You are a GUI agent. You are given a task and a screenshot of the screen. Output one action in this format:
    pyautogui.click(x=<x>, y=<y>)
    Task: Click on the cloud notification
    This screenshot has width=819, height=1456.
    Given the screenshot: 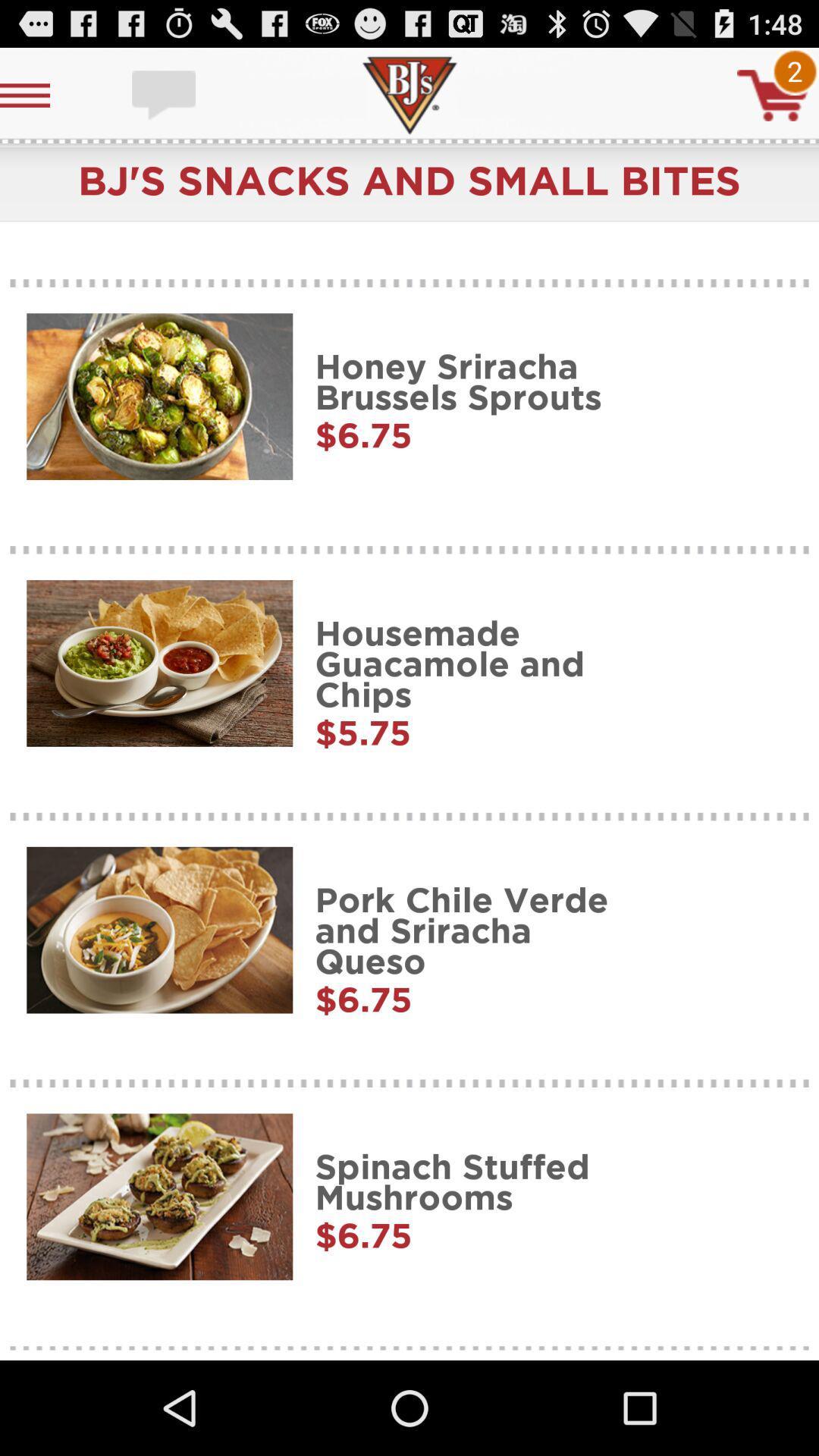 What is the action you would take?
    pyautogui.click(x=165, y=94)
    